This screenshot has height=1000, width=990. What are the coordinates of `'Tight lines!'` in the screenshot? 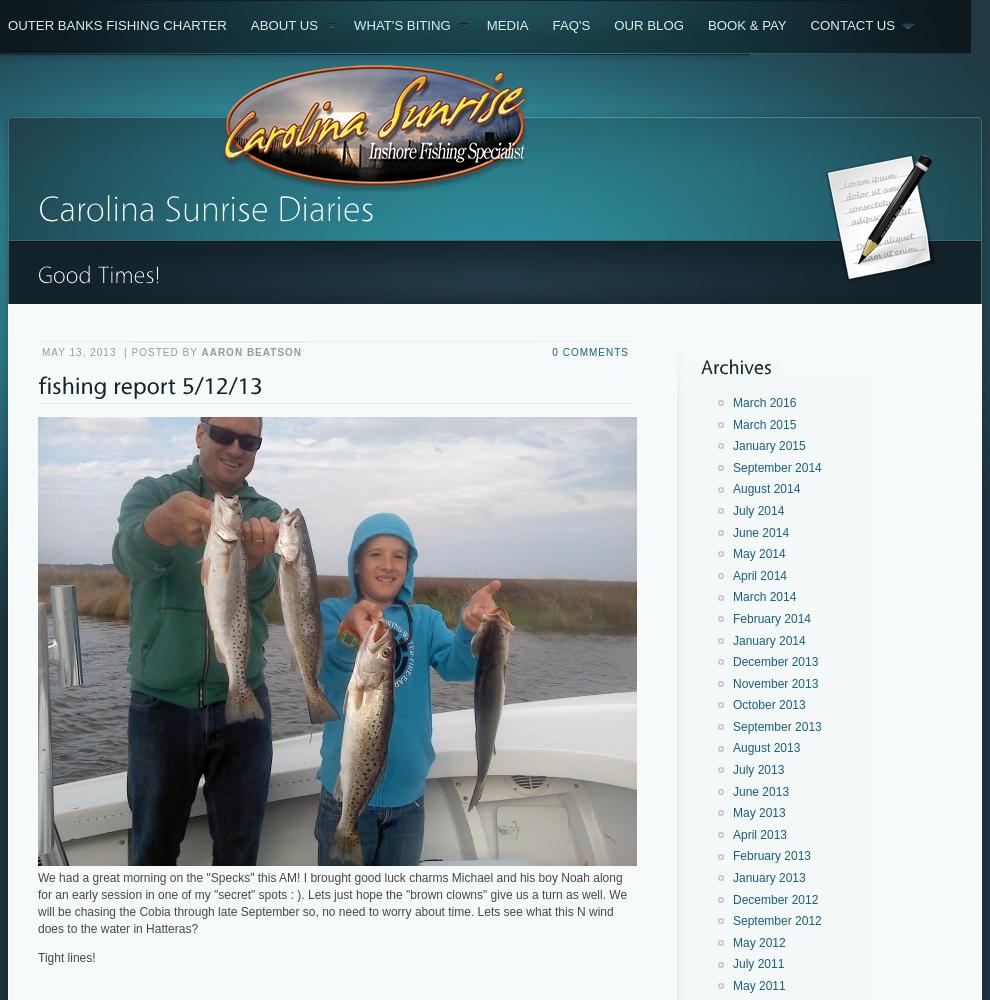 It's located at (66, 956).